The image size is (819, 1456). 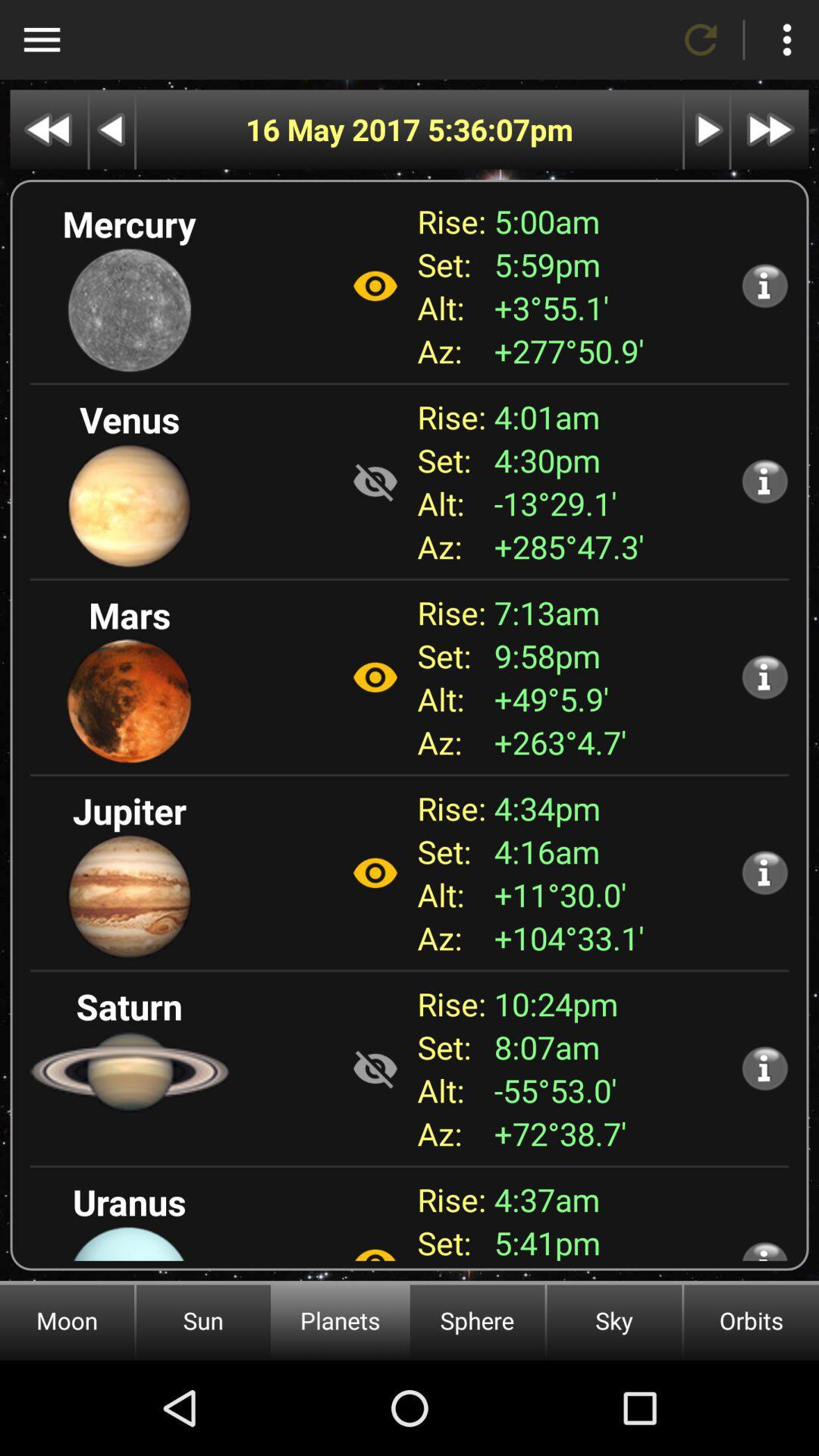 What do you see at coordinates (375, 1246) in the screenshot?
I see `an other other option` at bounding box center [375, 1246].